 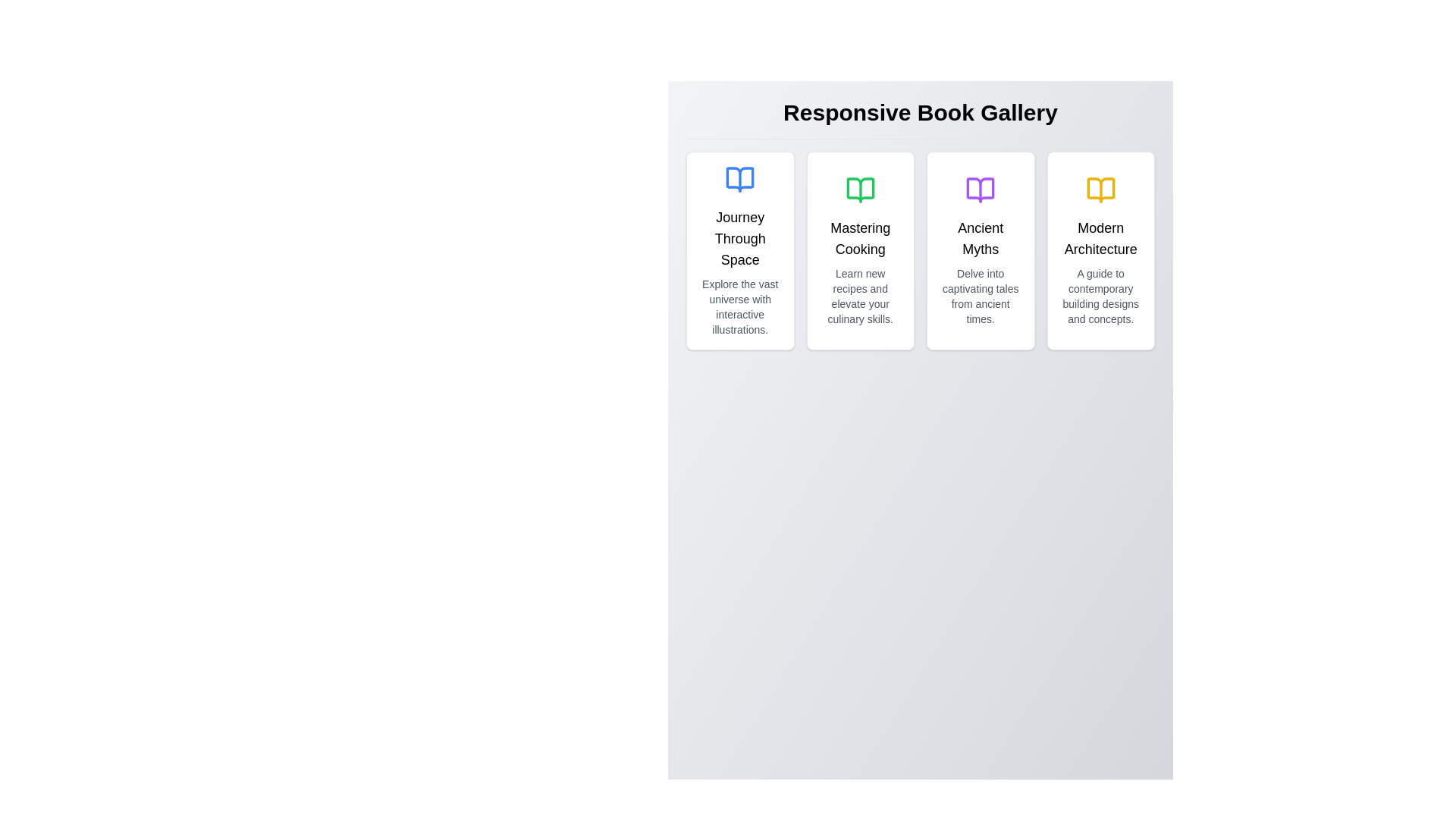 What do you see at coordinates (740, 307) in the screenshot?
I see `the text block that reads 'Explore the vast universe with interactive illustrations.' which is styled in smaller text size, gray color, and centered alignment, located beneath the title 'Journey Through Space' in the first card of a grid layout` at bounding box center [740, 307].